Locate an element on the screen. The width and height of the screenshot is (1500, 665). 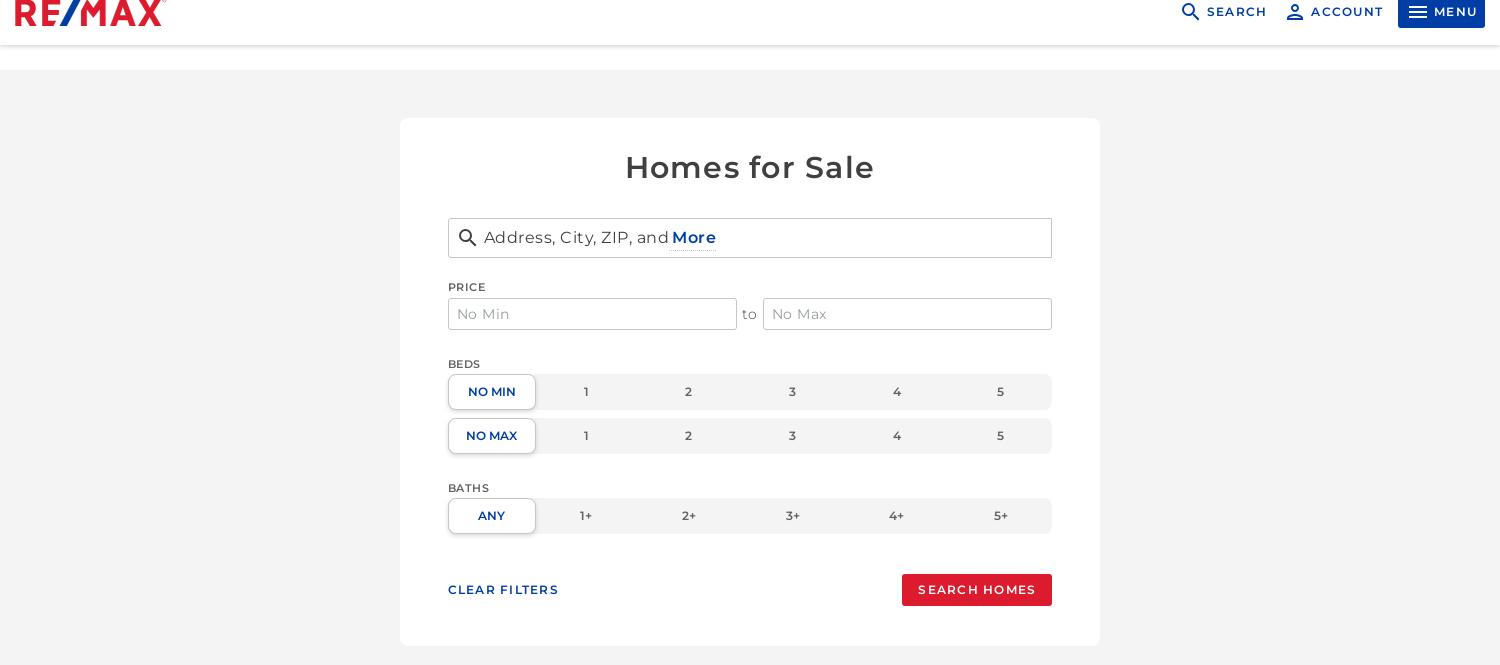
'4+' is located at coordinates (889, 515).